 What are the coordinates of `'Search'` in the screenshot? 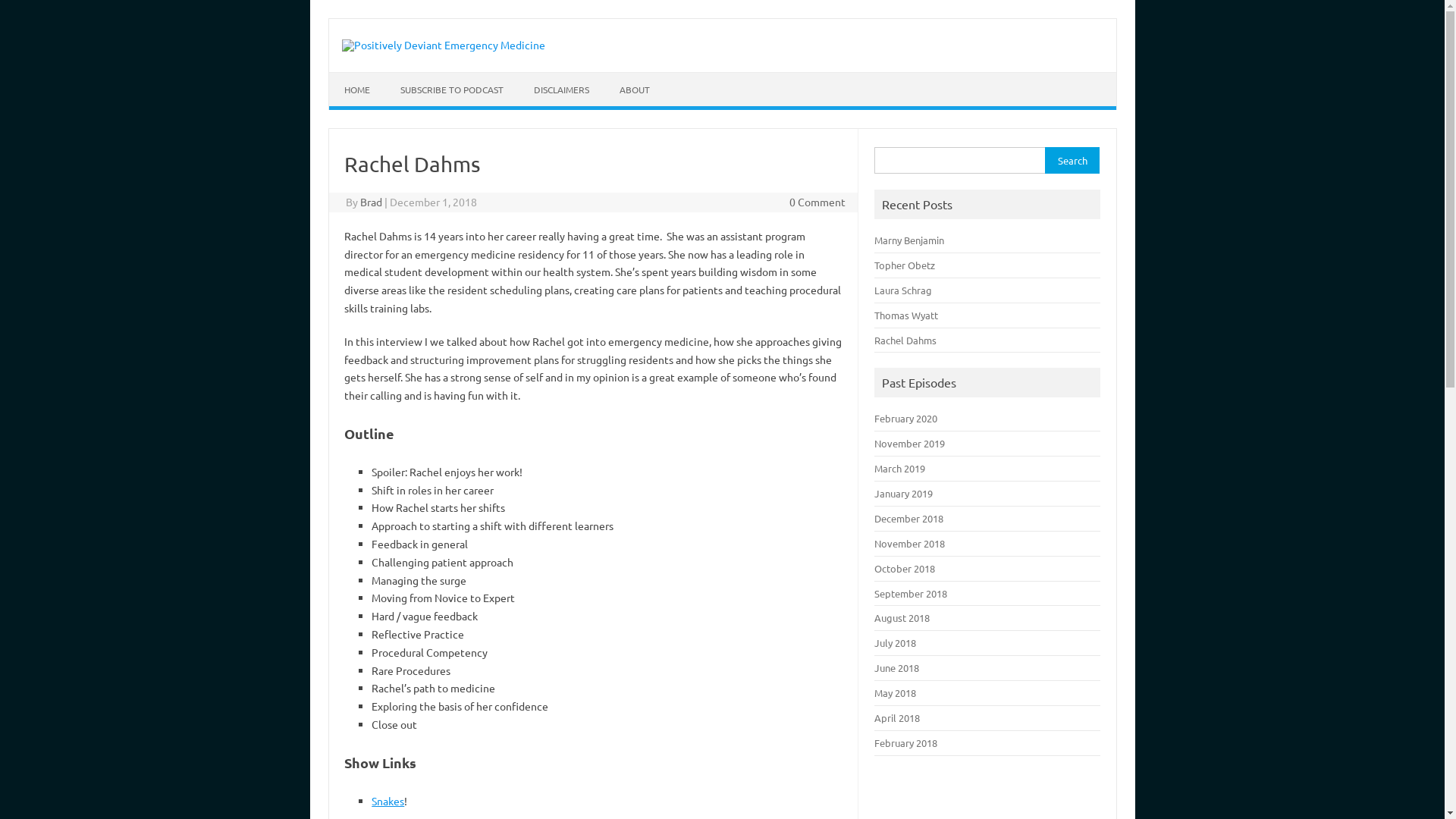 It's located at (1071, 160).